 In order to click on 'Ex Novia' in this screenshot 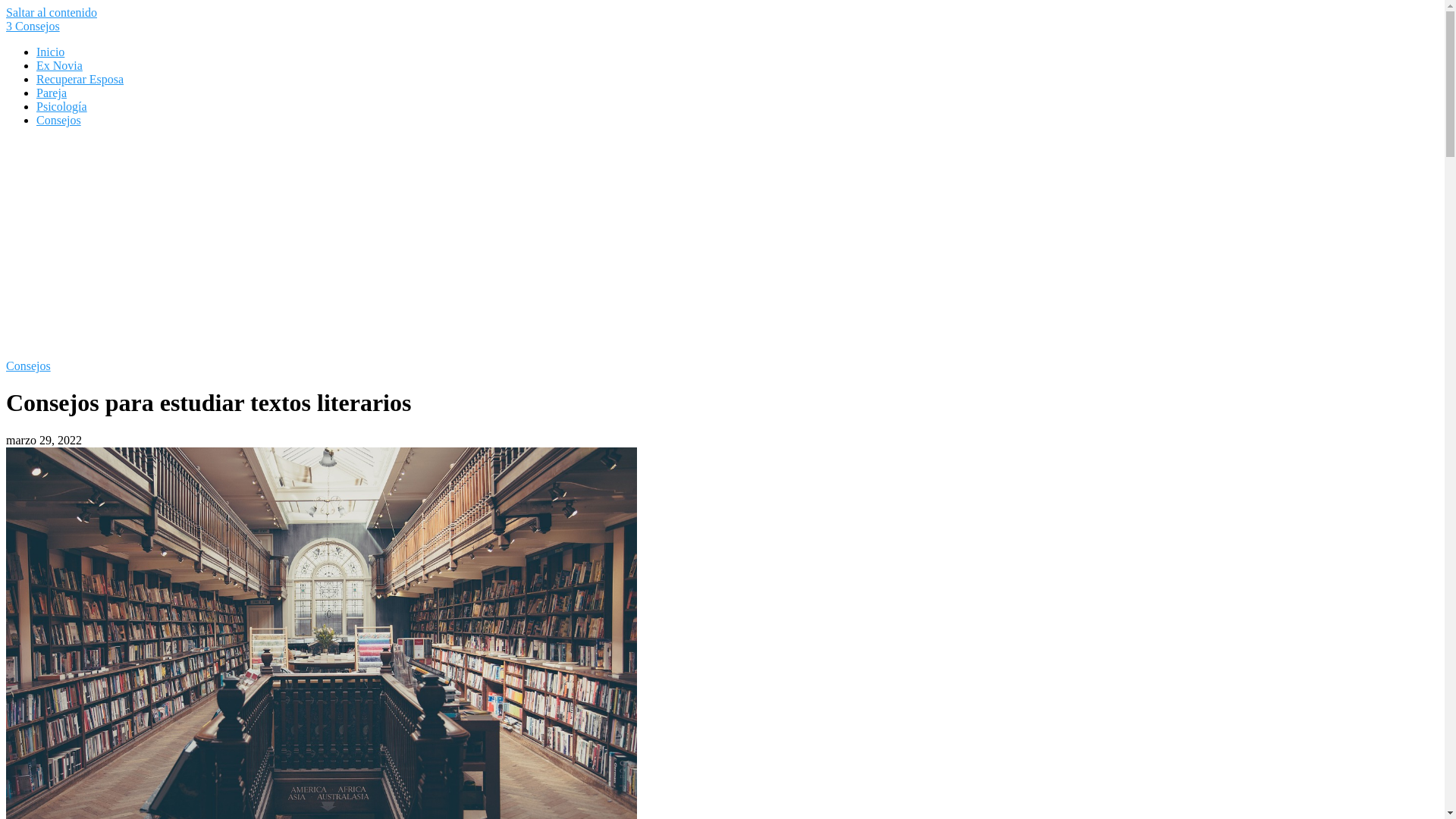, I will do `click(36, 64)`.